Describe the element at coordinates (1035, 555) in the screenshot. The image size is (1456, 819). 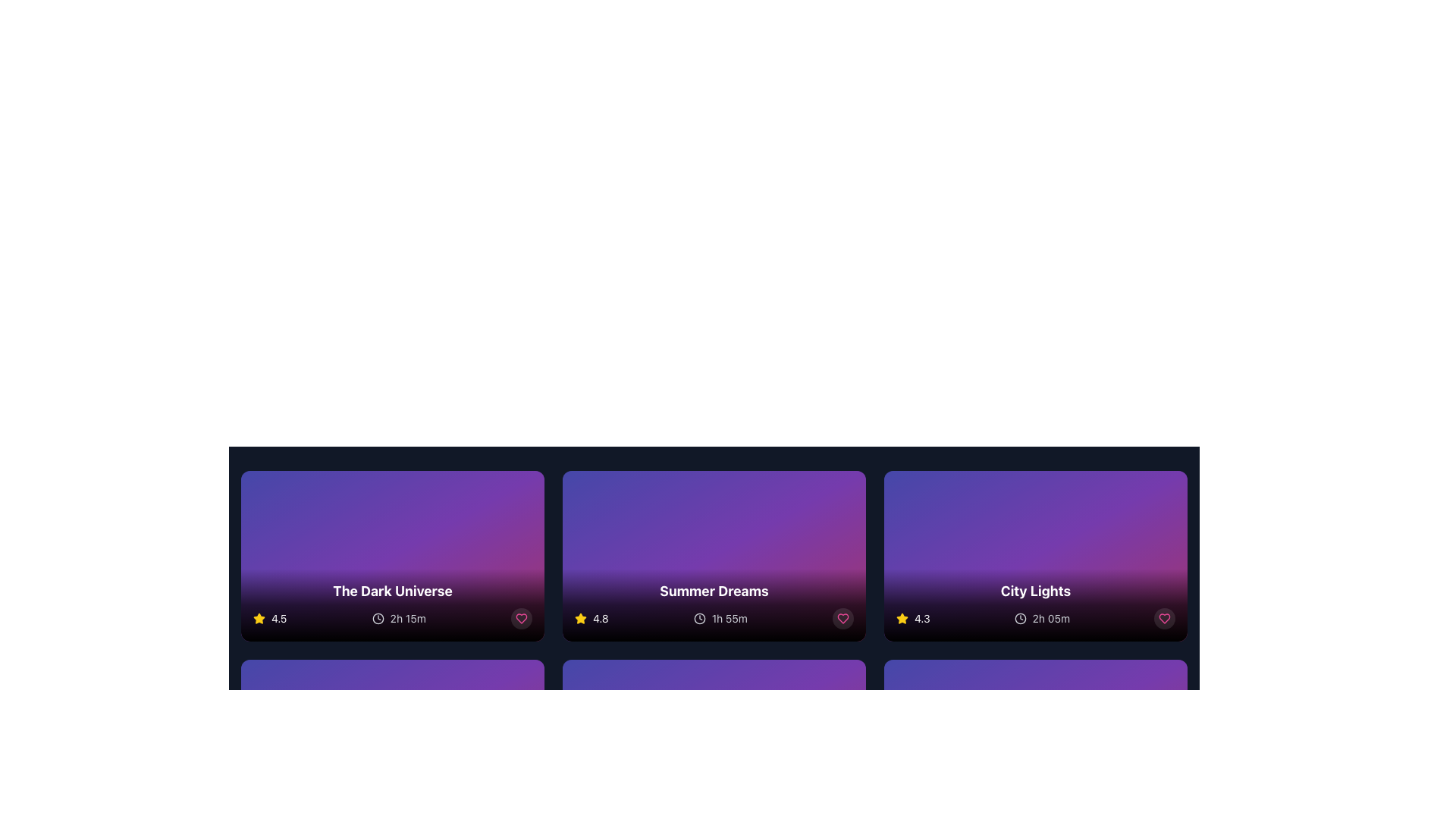
I see `the movie card located at the rightmost position of the top row` at that location.